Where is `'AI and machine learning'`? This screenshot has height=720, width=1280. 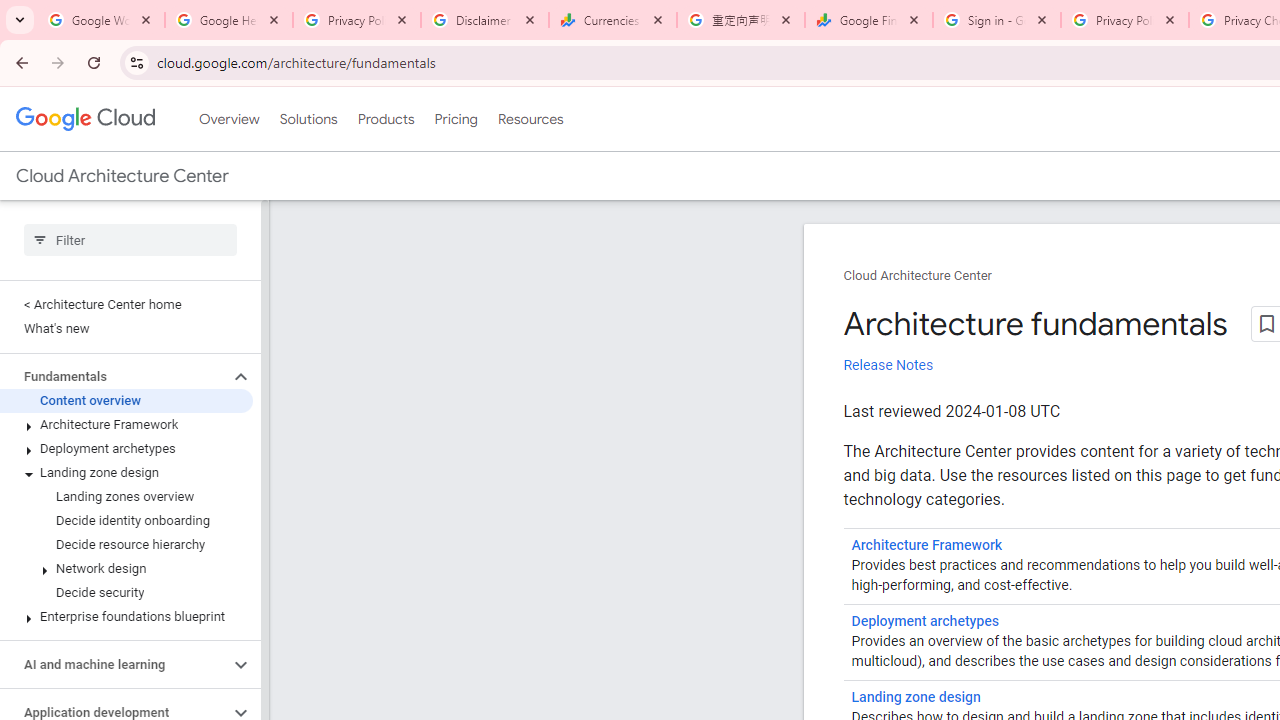 'AI and machine learning' is located at coordinates (113, 664).